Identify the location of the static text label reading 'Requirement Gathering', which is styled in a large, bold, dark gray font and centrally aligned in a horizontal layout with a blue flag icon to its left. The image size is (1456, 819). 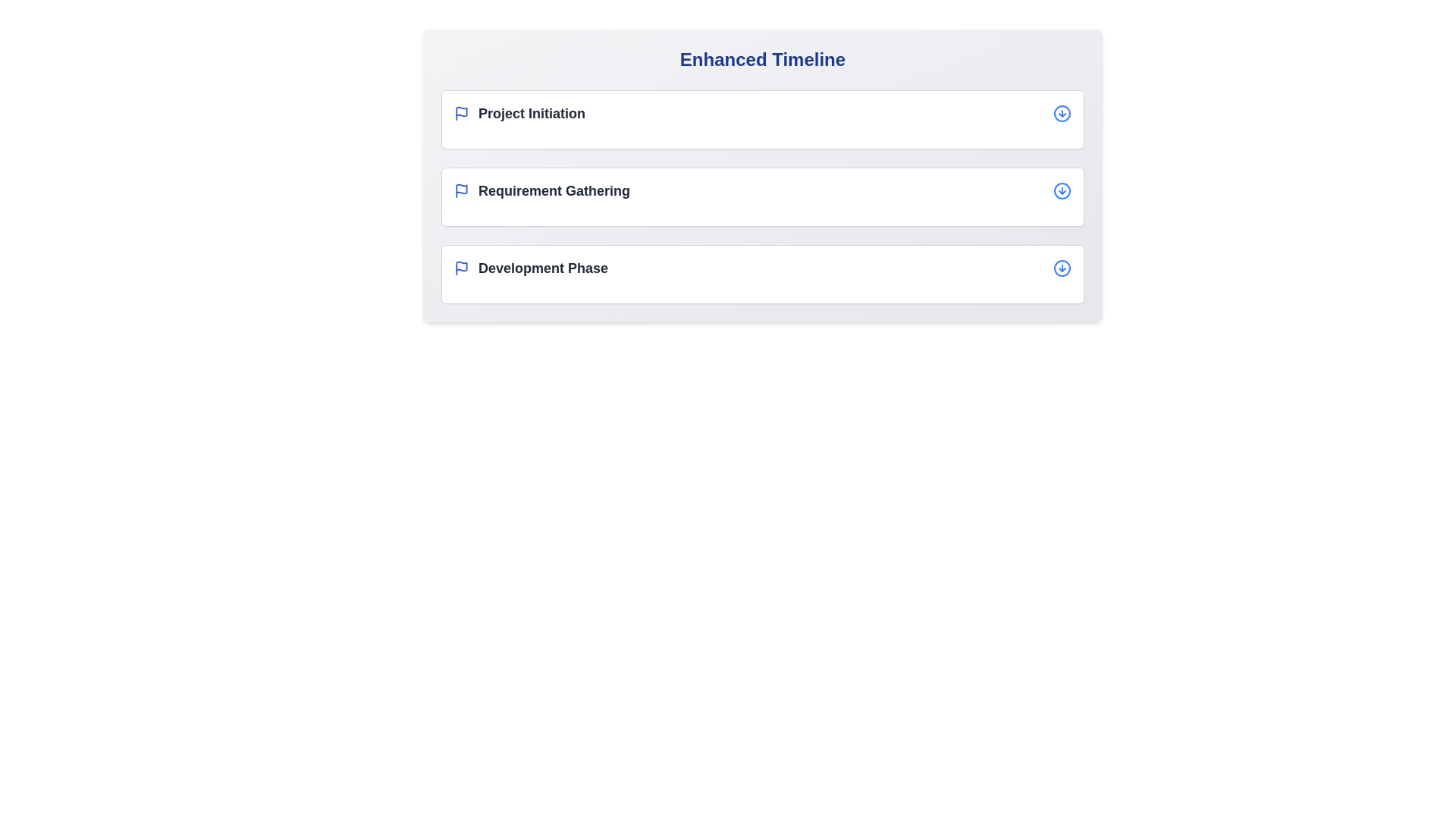
(553, 190).